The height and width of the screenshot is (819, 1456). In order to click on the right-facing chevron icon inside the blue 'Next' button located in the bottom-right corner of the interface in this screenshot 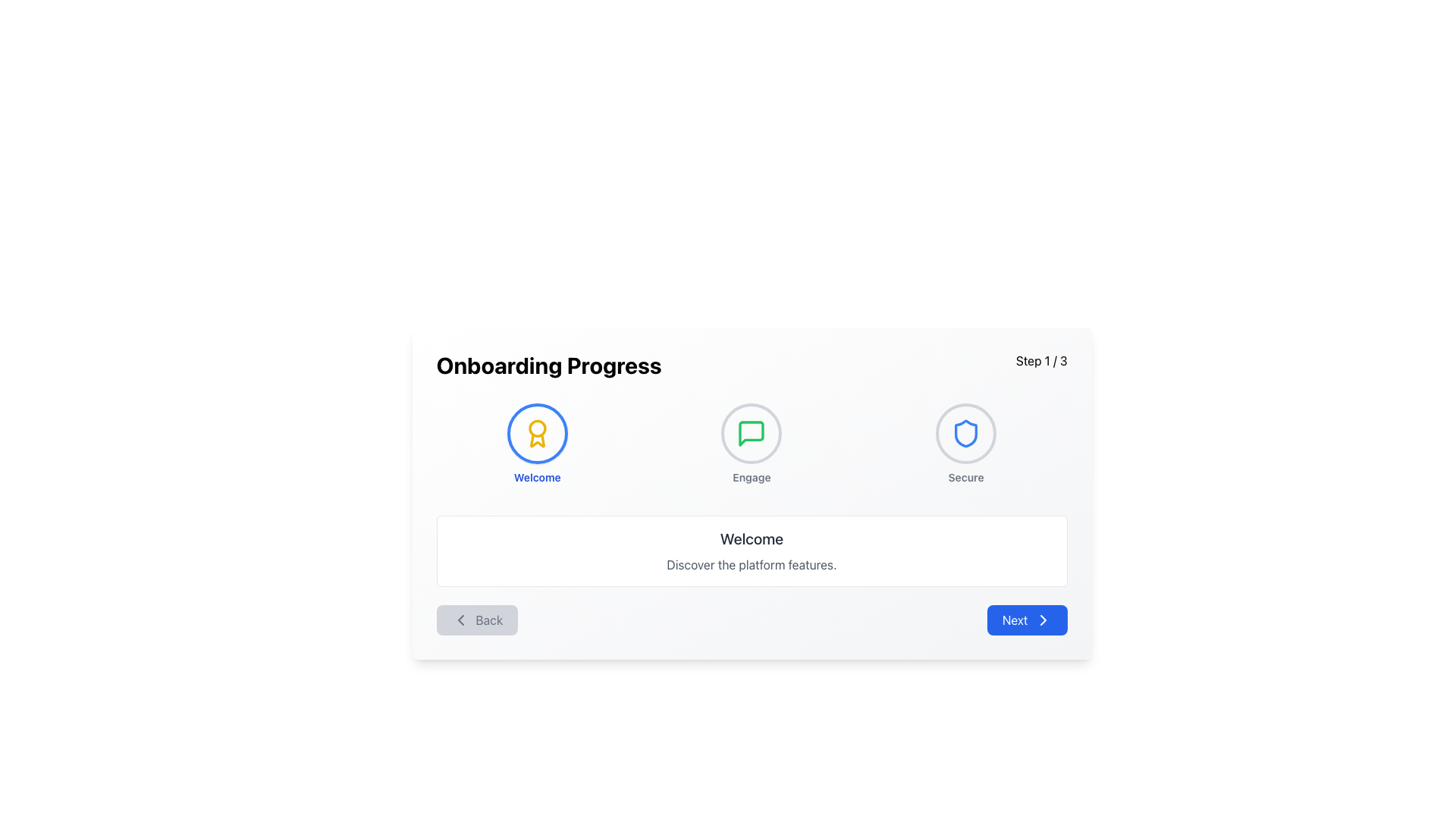, I will do `click(1042, 620)`.